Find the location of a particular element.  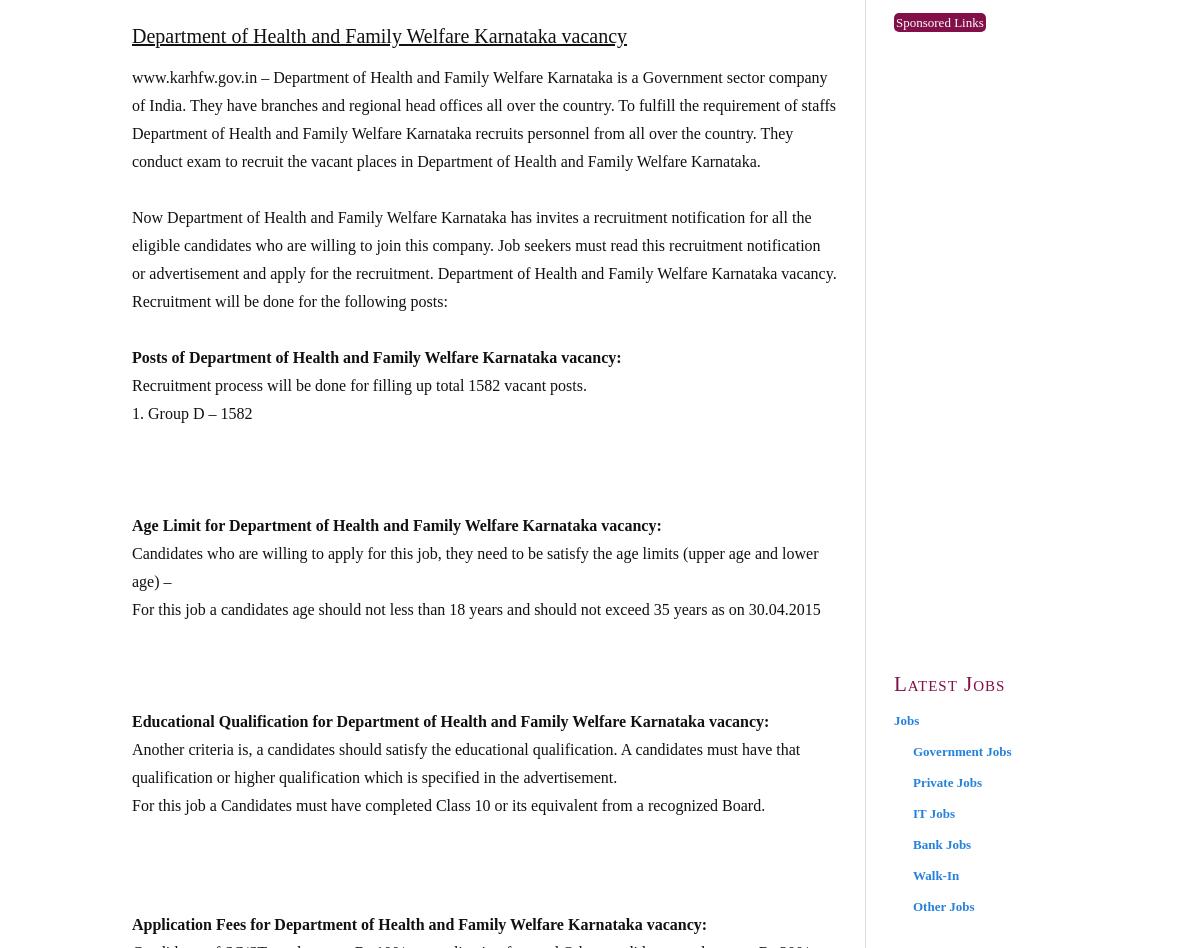

'Posts of Department of Health and Family Welfare Karnataka vacancy:' is located at coordinates (376, 356).